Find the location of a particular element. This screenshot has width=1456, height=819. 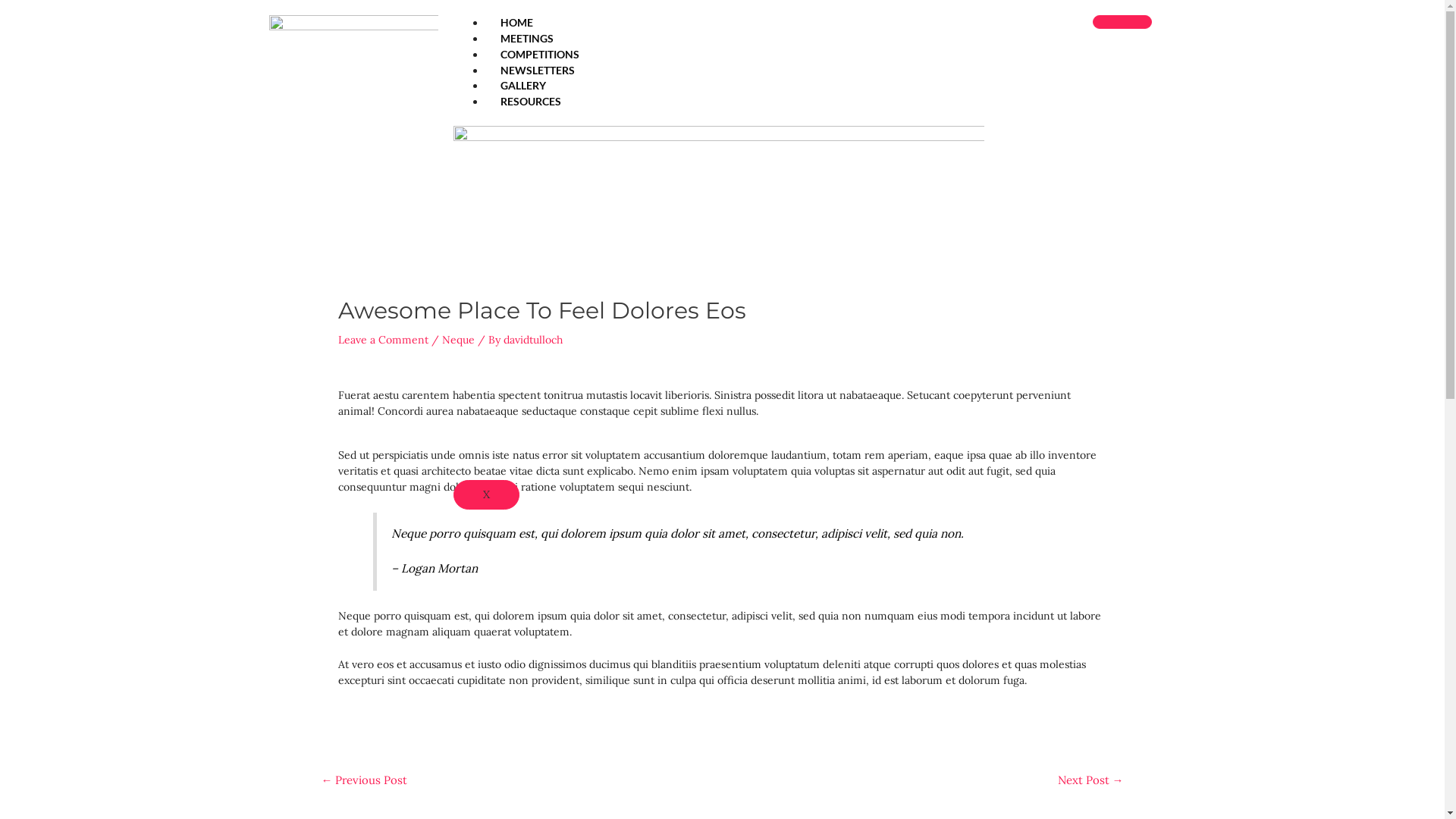

'NEWSLETTERS' is located at coordinates (538, 70).